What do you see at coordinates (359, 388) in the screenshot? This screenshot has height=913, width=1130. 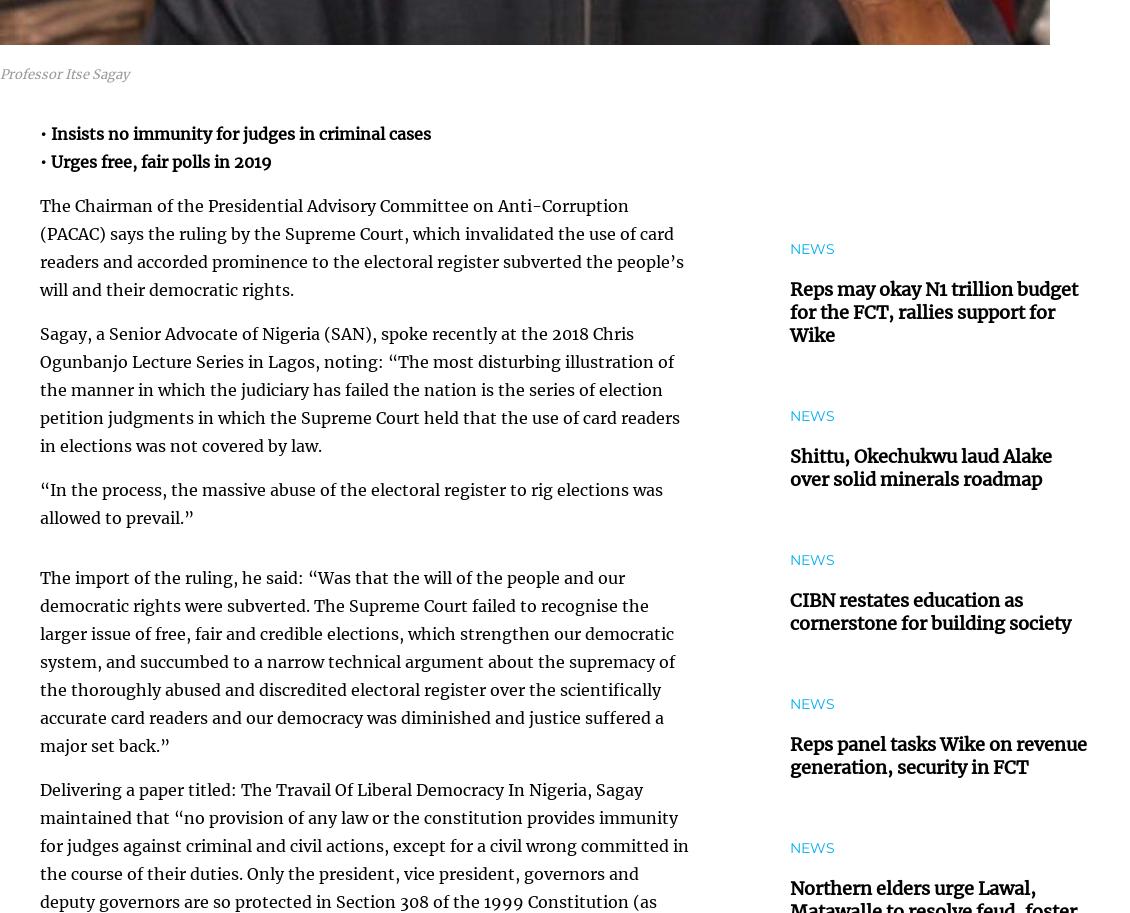 I see `'Sagay, a Senior Advocate of Nigeria (SAN), spoke recently at the 2018 Chris Ogunbanjo Lecture Series in Lagos, noting: “The most disturbing illustration of the manner in which the judiciary has failed the nation is the series of election petition judgments in which the Supreme Court held that the use of card readers in elections was not covered by law.'` at bounding box center [359, 388].